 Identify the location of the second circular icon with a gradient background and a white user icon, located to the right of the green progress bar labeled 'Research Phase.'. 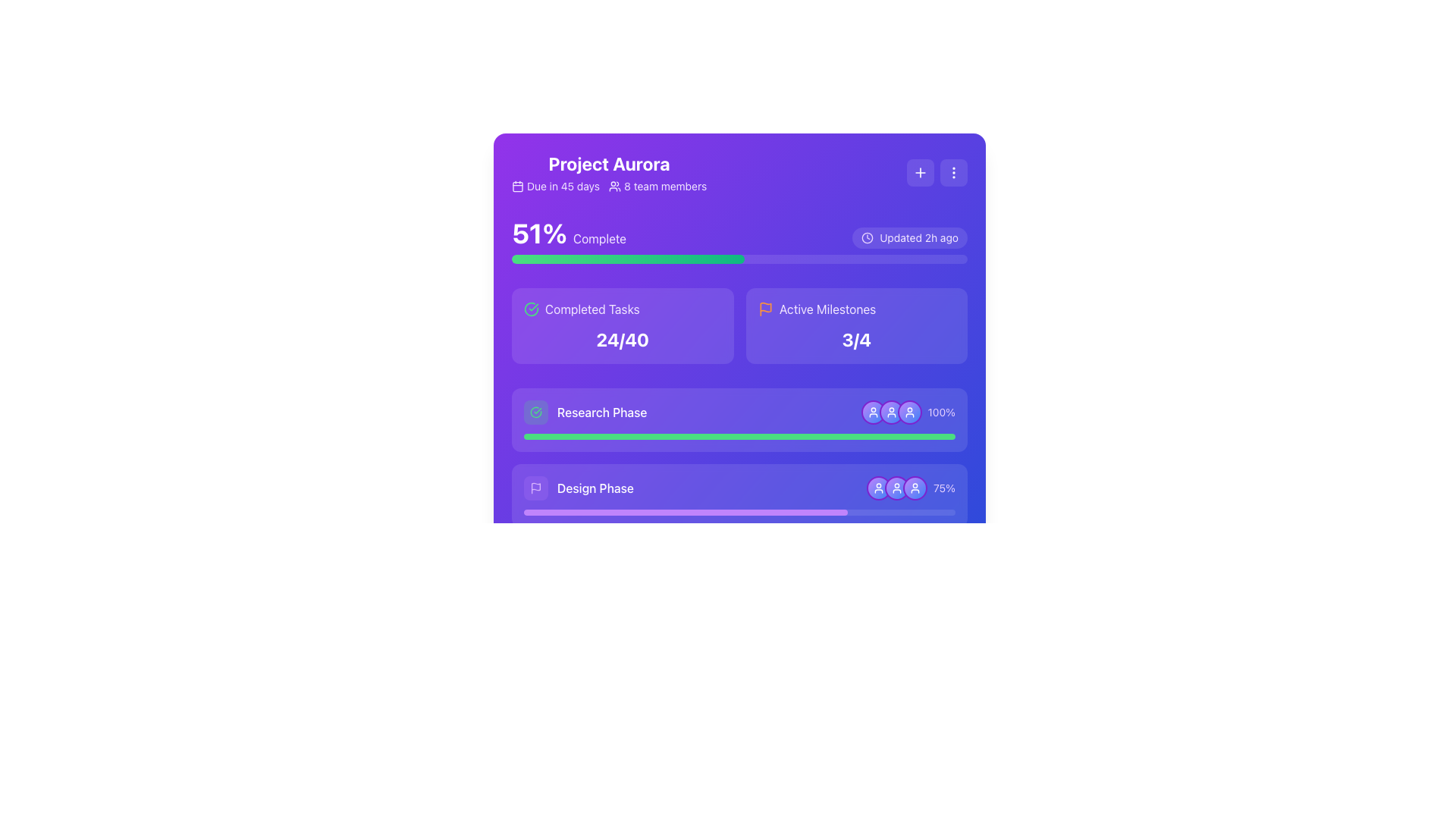
(891, 412).